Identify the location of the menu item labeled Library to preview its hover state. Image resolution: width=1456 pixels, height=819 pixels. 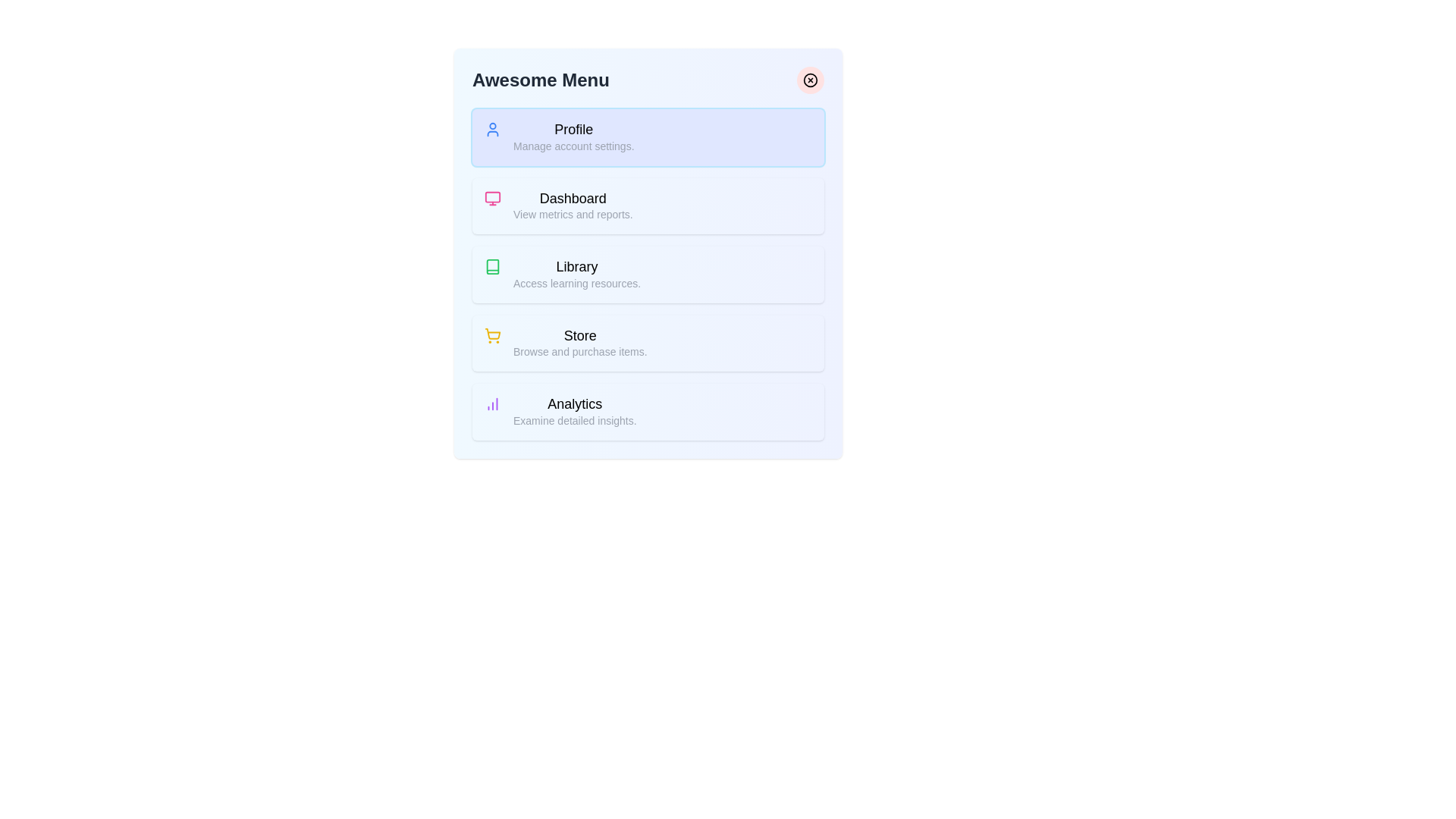
(648, 275).